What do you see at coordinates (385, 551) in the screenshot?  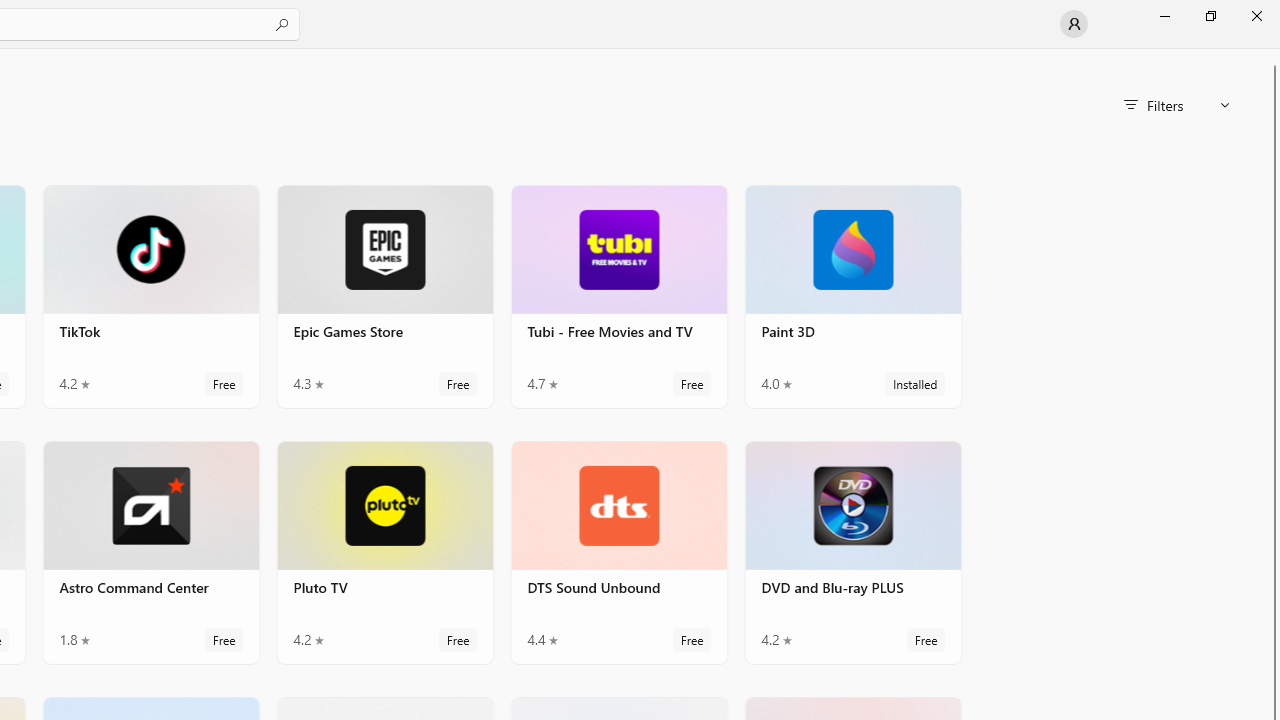 I see `'Pluto TV. Average rating of 4.2 out of five stars. Free  '` at bounding box center [385, 551].